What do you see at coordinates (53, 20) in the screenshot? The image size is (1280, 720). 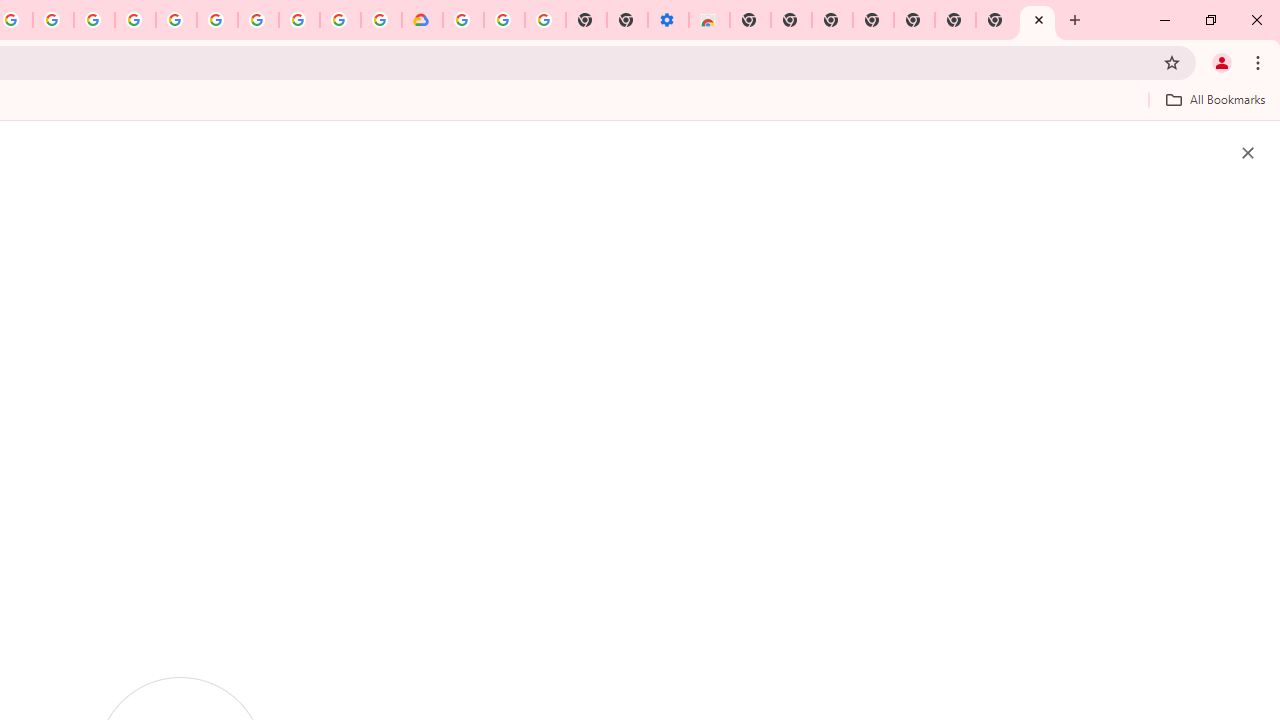 I see `'Create your Google Account'` at bounding box center [53, 20].